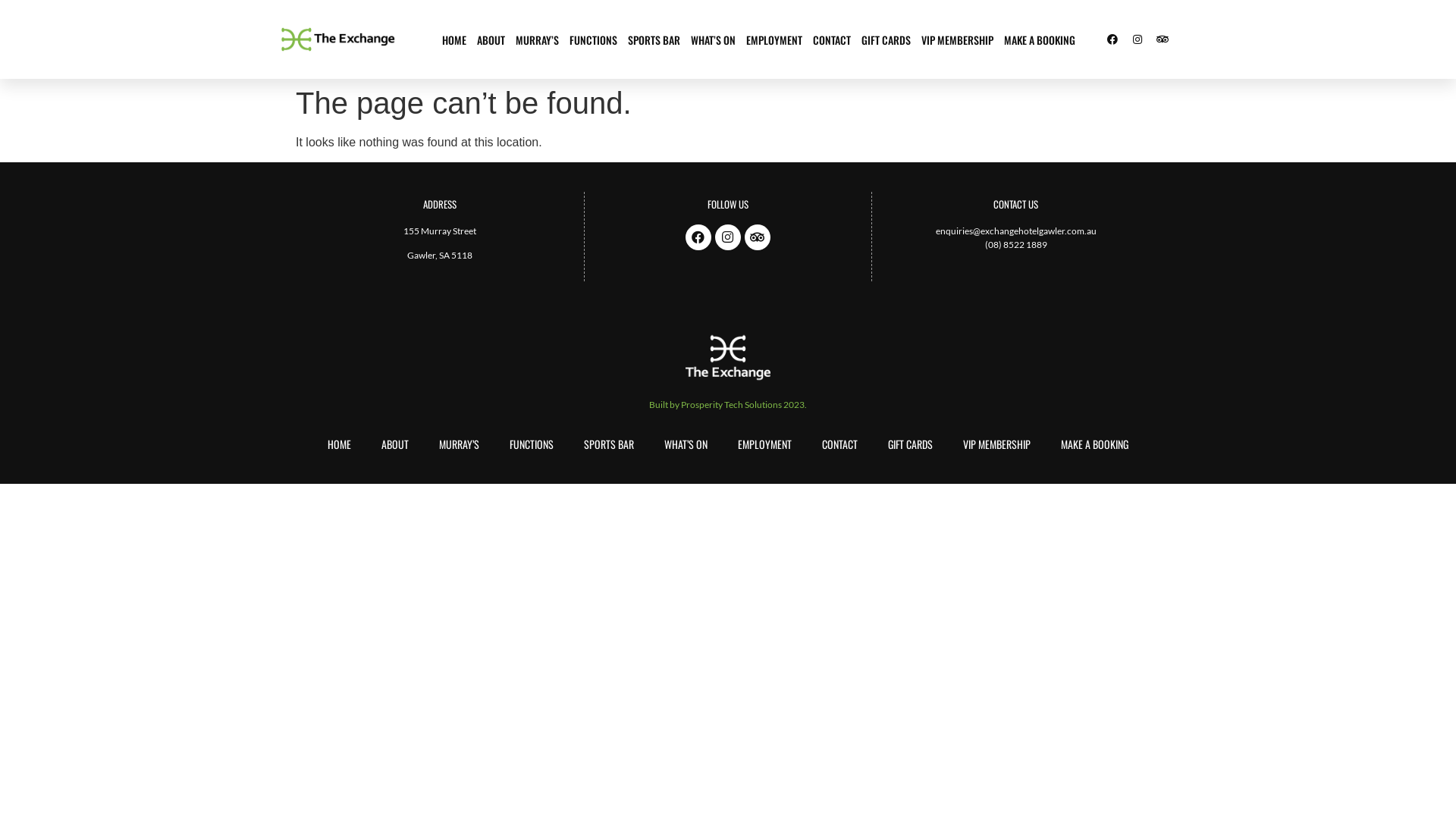  What do you see at coordinates (764, 444) in the screenshot?
I see `'EMPLOYMENT'` at bounding box center [764, 444].